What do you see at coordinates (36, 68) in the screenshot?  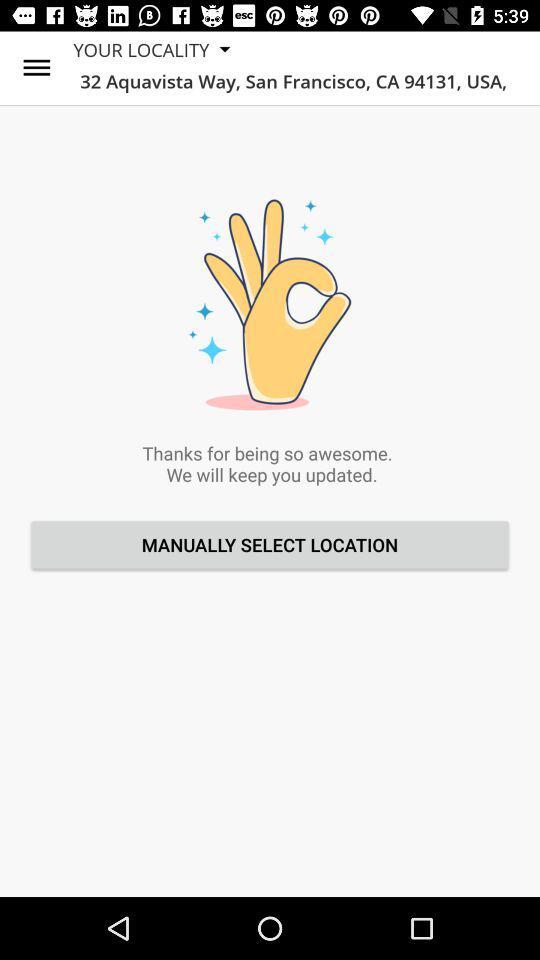 I see `icon to the left of your locality icon` at bounding box center [36, 68].